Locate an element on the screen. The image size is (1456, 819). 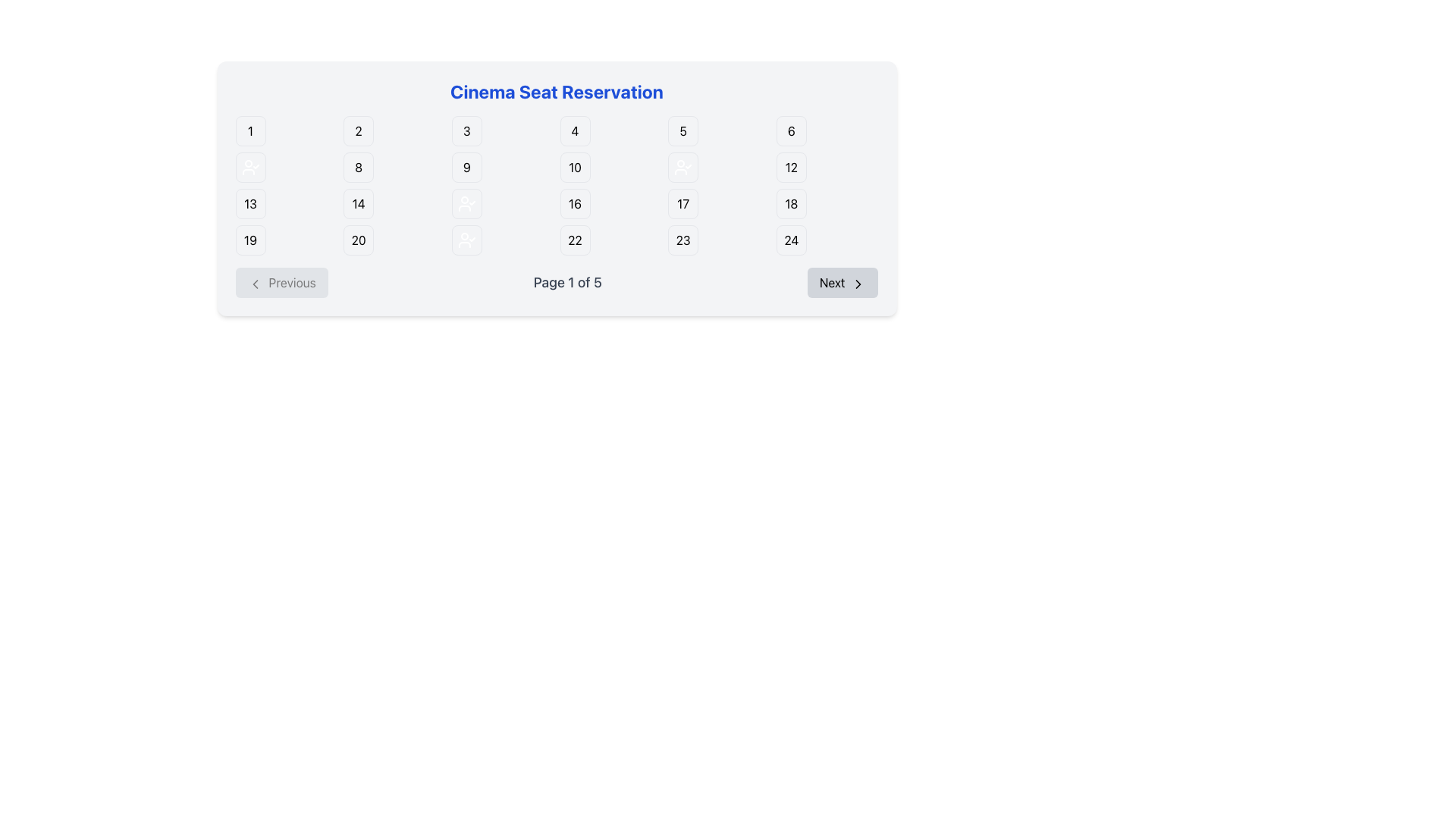
the rightward pointing chevron icon within the 'Next' button located at the bottom-right corner of the interface is located at coordinates (858, 284).